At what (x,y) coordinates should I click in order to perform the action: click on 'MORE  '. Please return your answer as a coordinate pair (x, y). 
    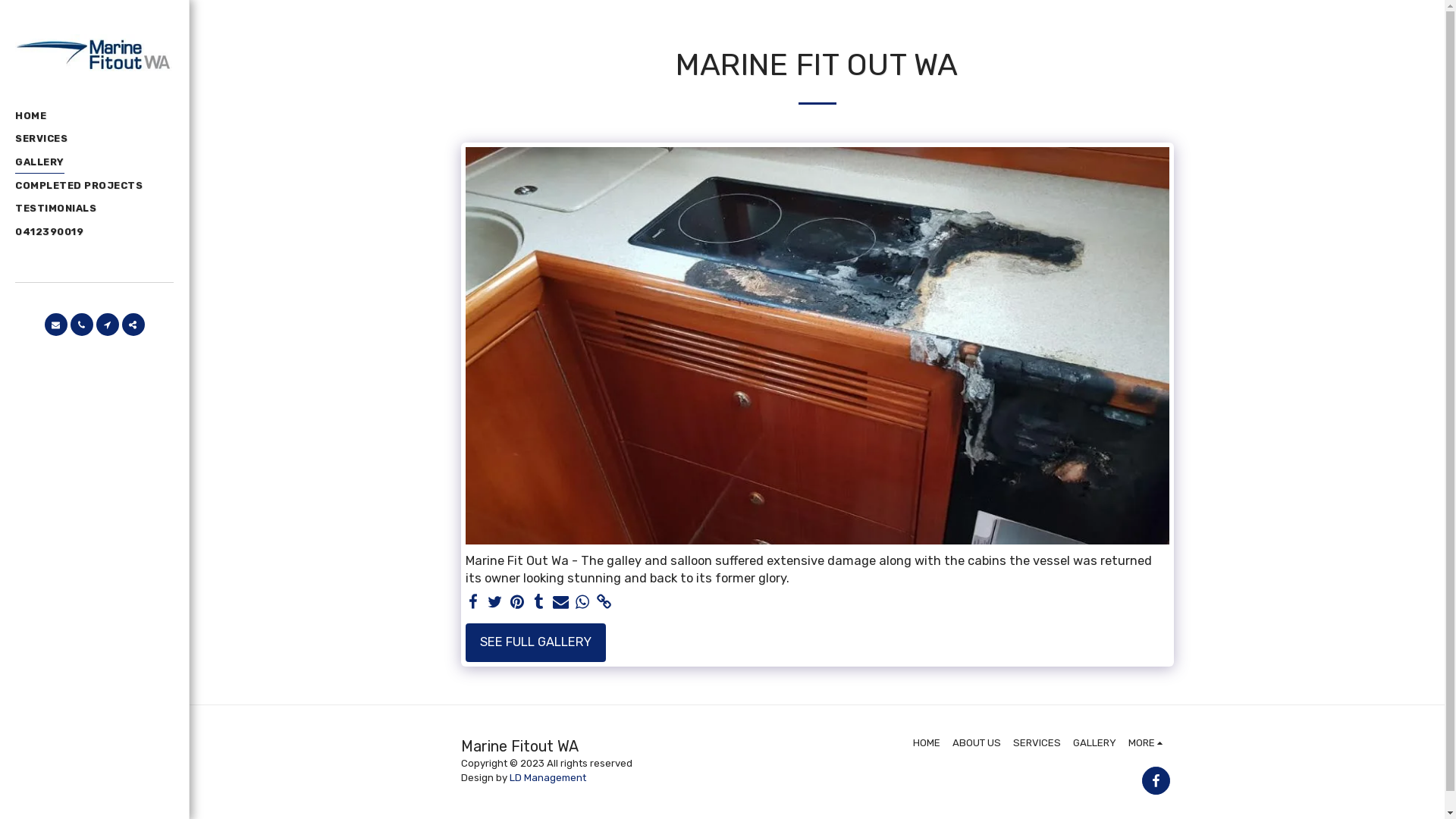
    Looking at the image, I should click on (1147, 742).